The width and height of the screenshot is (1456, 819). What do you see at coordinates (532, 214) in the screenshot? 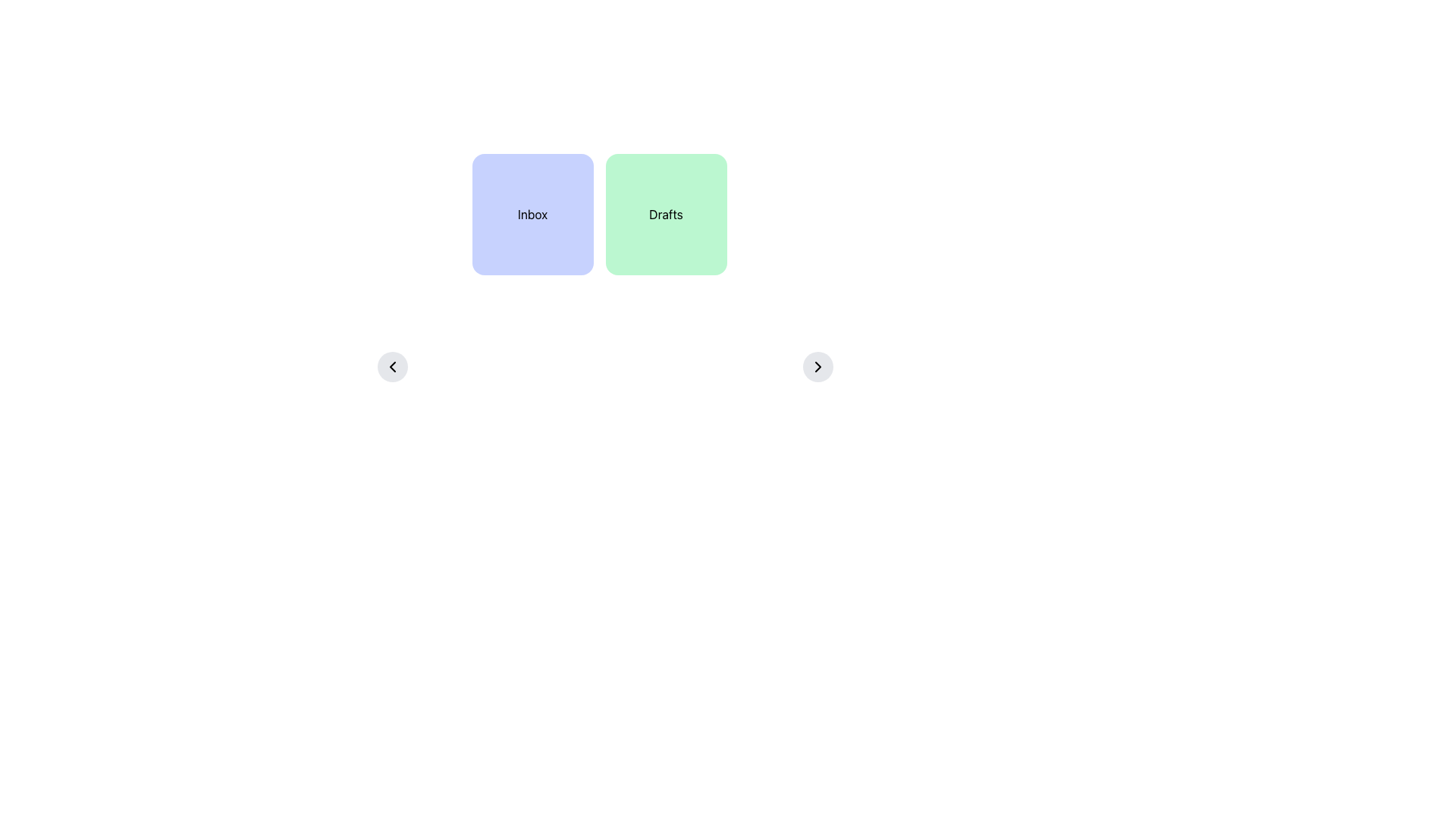
I see `the 'Inbox' category option in the horizontally scrollable list` at bounding box center [532, 214].